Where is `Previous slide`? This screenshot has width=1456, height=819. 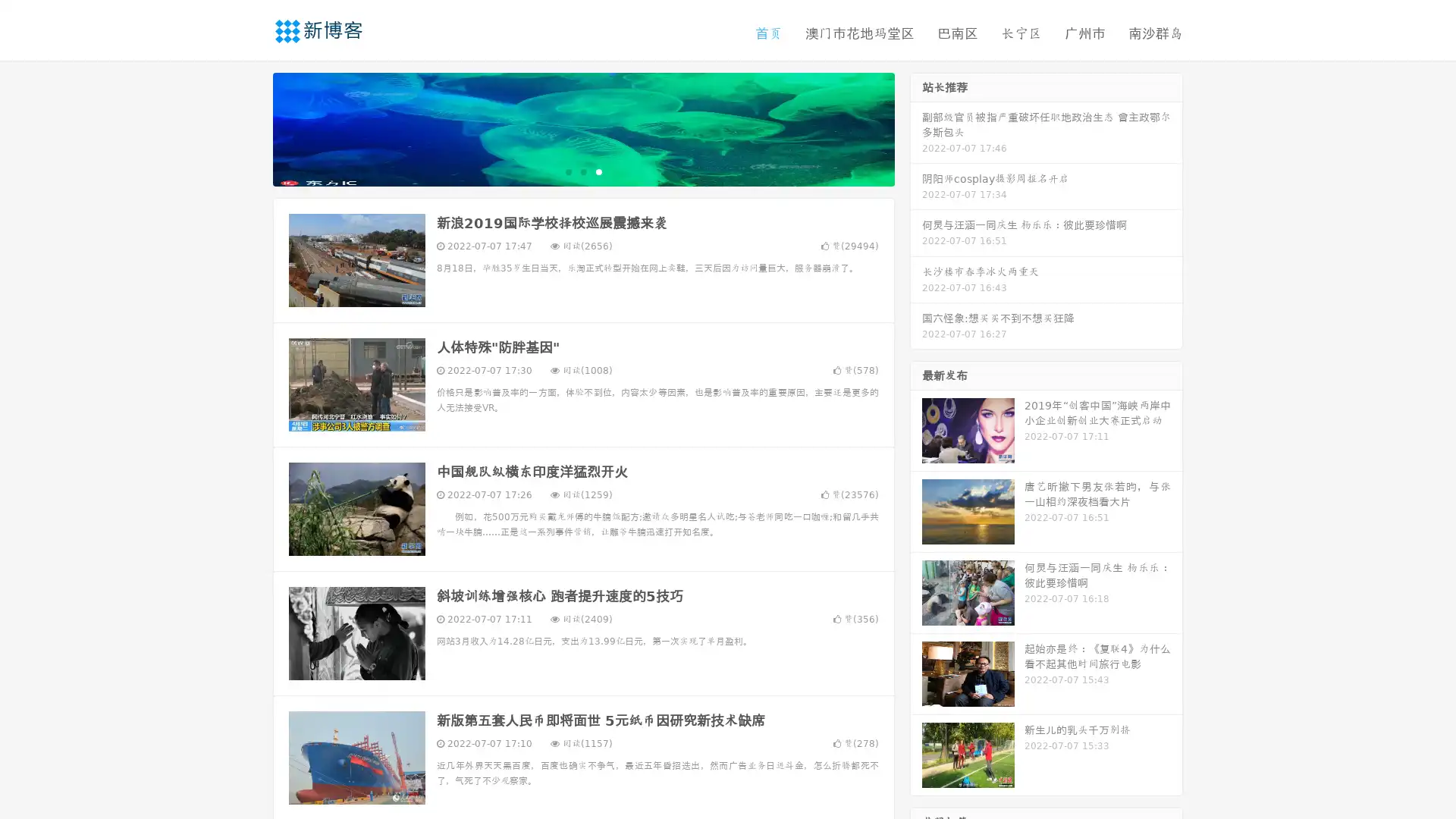 Previous slide is located at coordinates (250, 127).